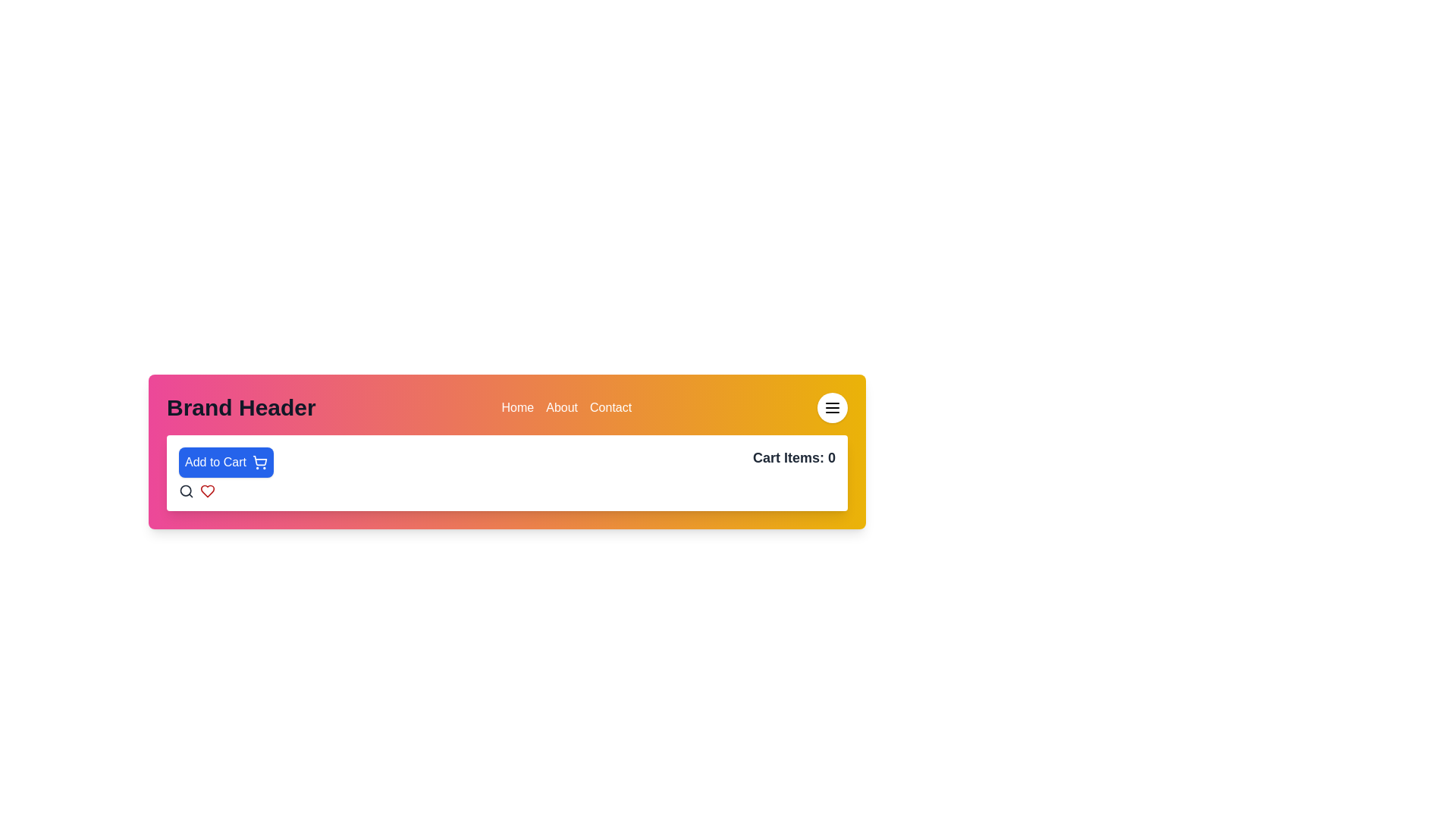 This screenshot has width=1456, height=819. Describe the element at coordinates (561, 406) in the screenshot. I see `the 'About' text-based navigation menu item in the top-right menu bar` at that location.